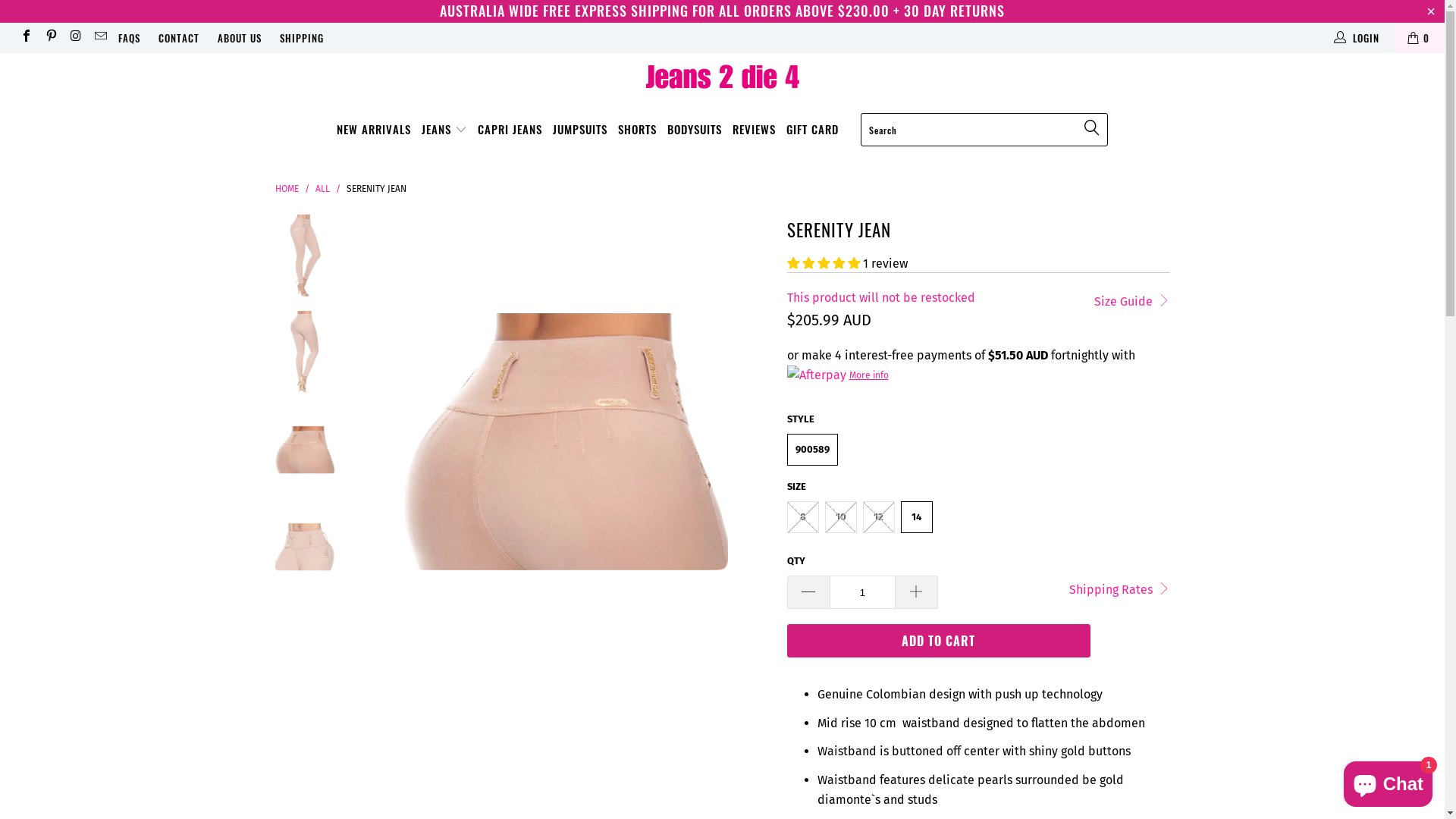 This screenshot has height=819, width=1456. What do you see at coordinates (811, 129) in the screenshot?
I see `'GIFT CARD'` at bounding box center [811, 129].